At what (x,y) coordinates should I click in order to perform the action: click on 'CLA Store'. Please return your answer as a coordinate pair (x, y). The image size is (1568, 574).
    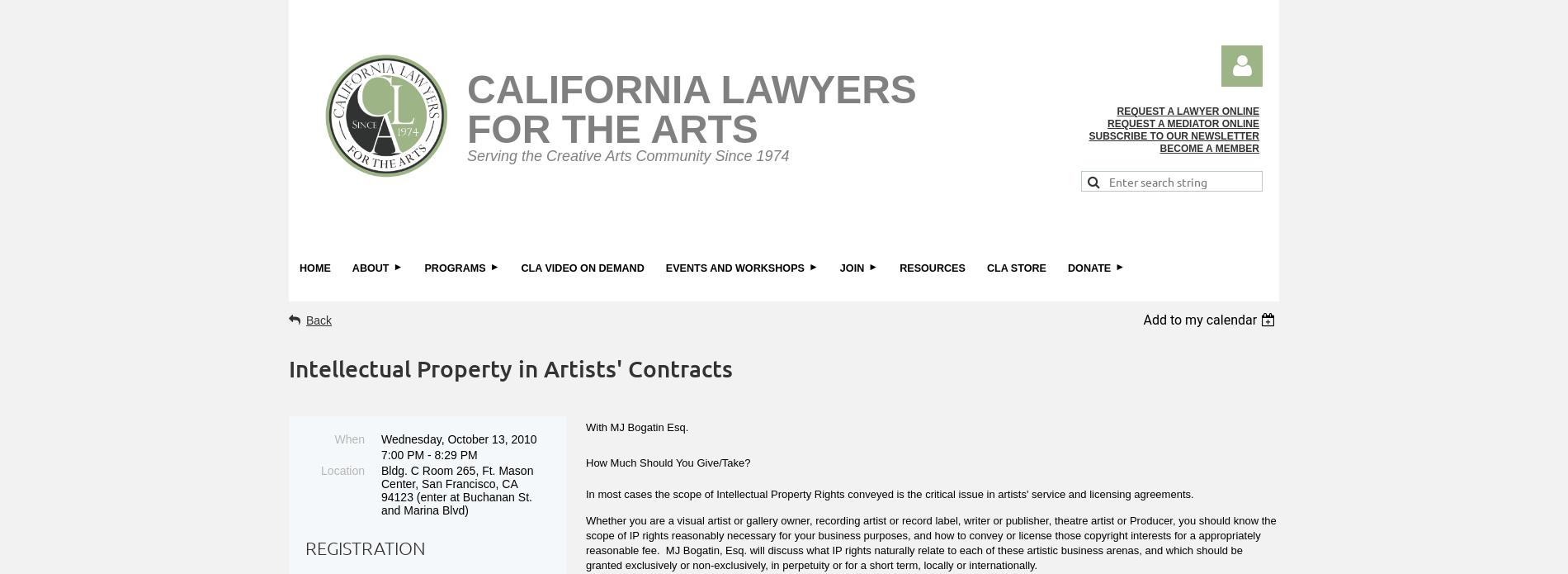
    Looking at the image, I should click on (1015, 268).